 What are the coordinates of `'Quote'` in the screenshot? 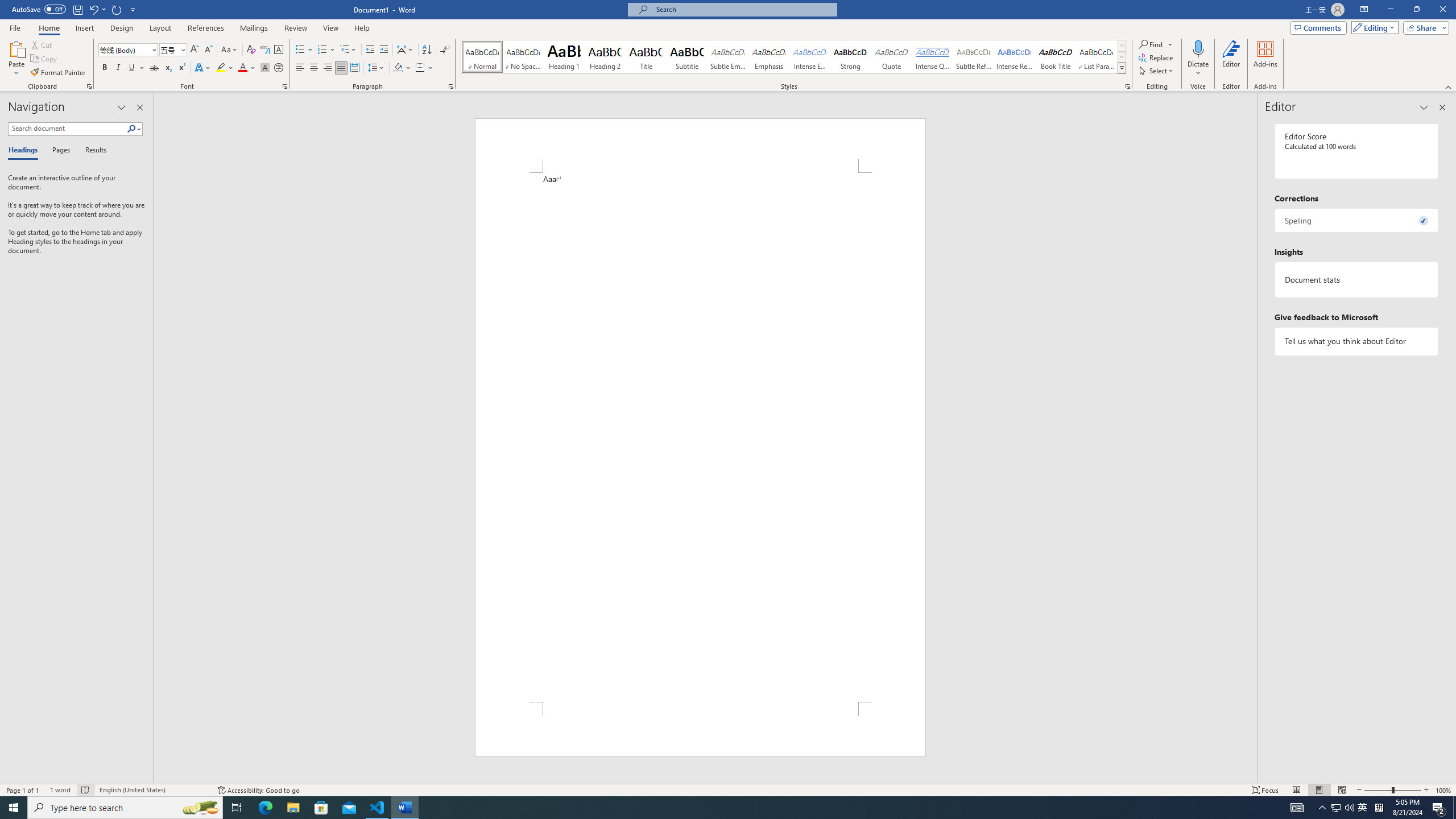 It's located at (892, 56).